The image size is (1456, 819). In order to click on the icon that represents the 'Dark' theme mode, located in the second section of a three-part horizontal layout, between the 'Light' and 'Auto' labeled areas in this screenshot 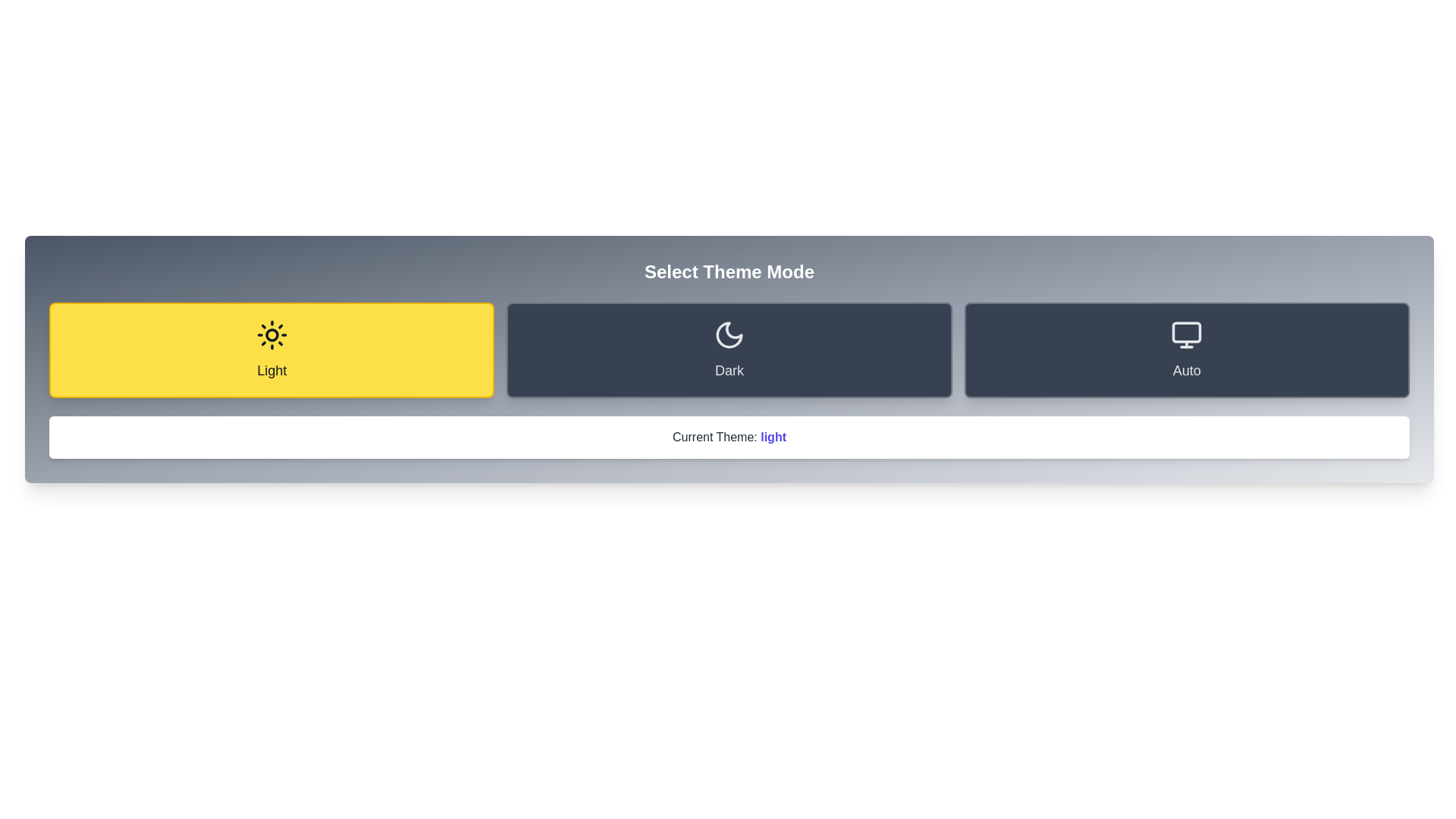, I will do `click(729, 334)`.